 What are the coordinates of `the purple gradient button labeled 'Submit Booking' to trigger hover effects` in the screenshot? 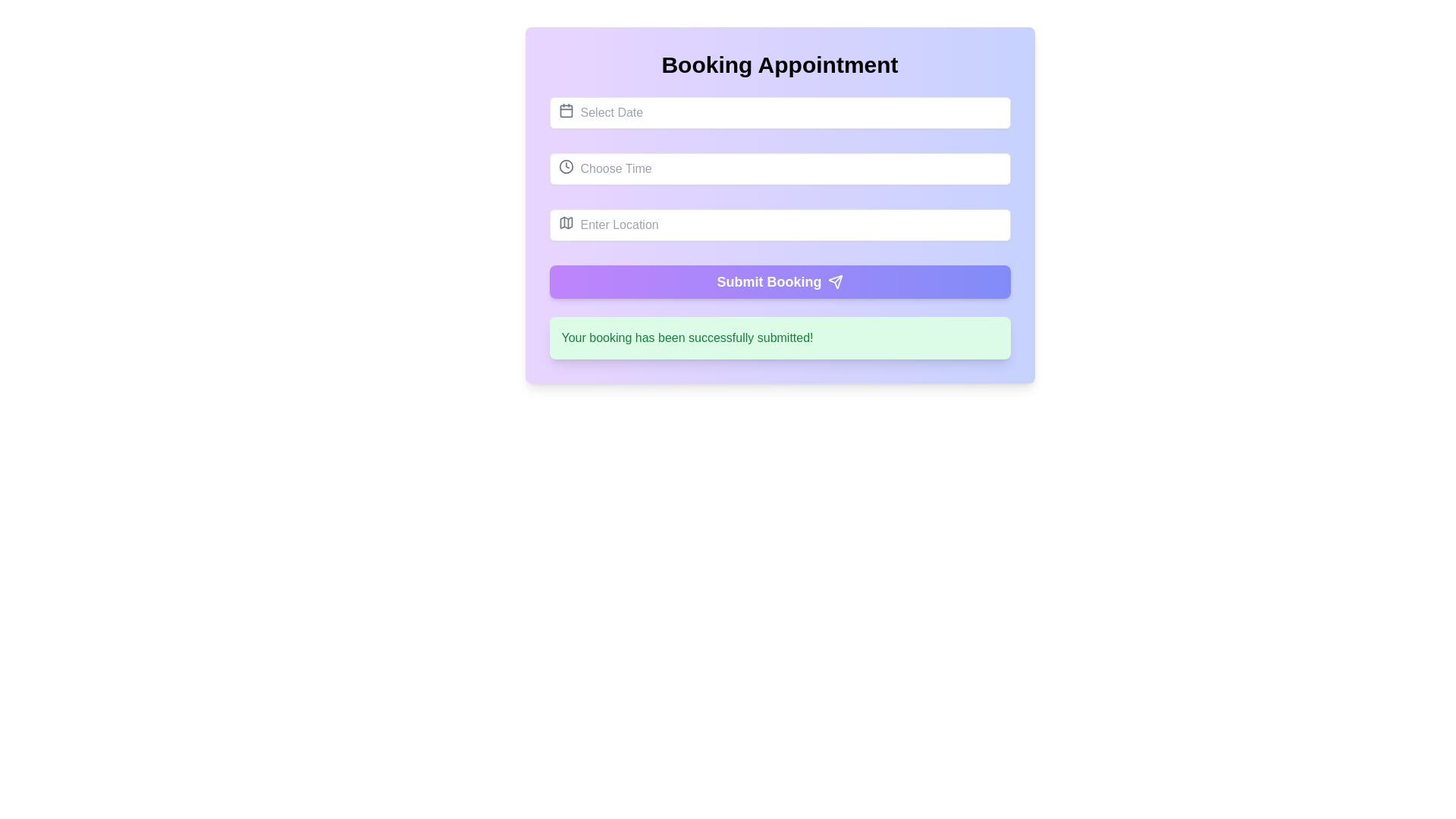 It's located at (780, 281).